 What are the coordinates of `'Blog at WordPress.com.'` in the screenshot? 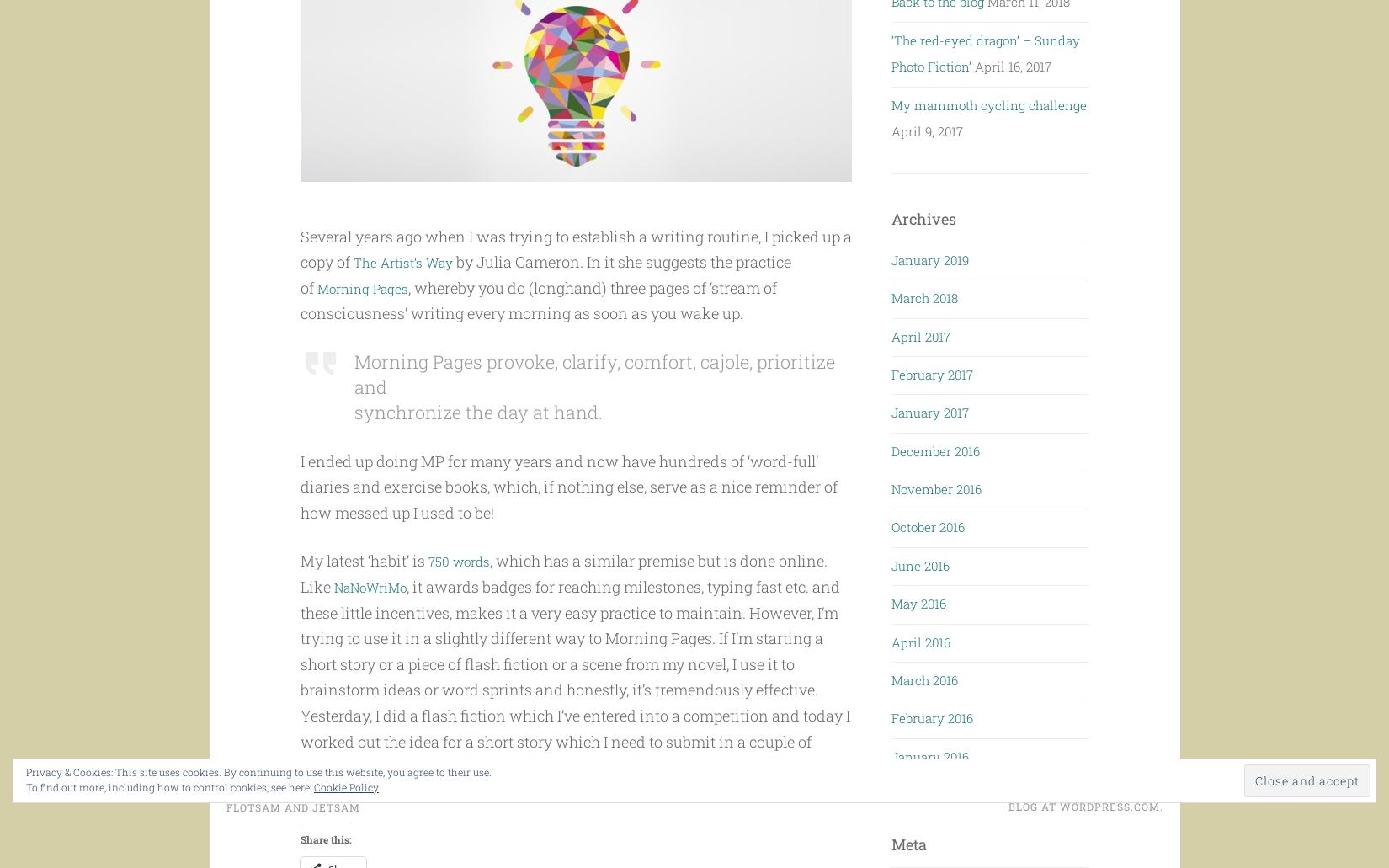 It's located at (1083, 843).